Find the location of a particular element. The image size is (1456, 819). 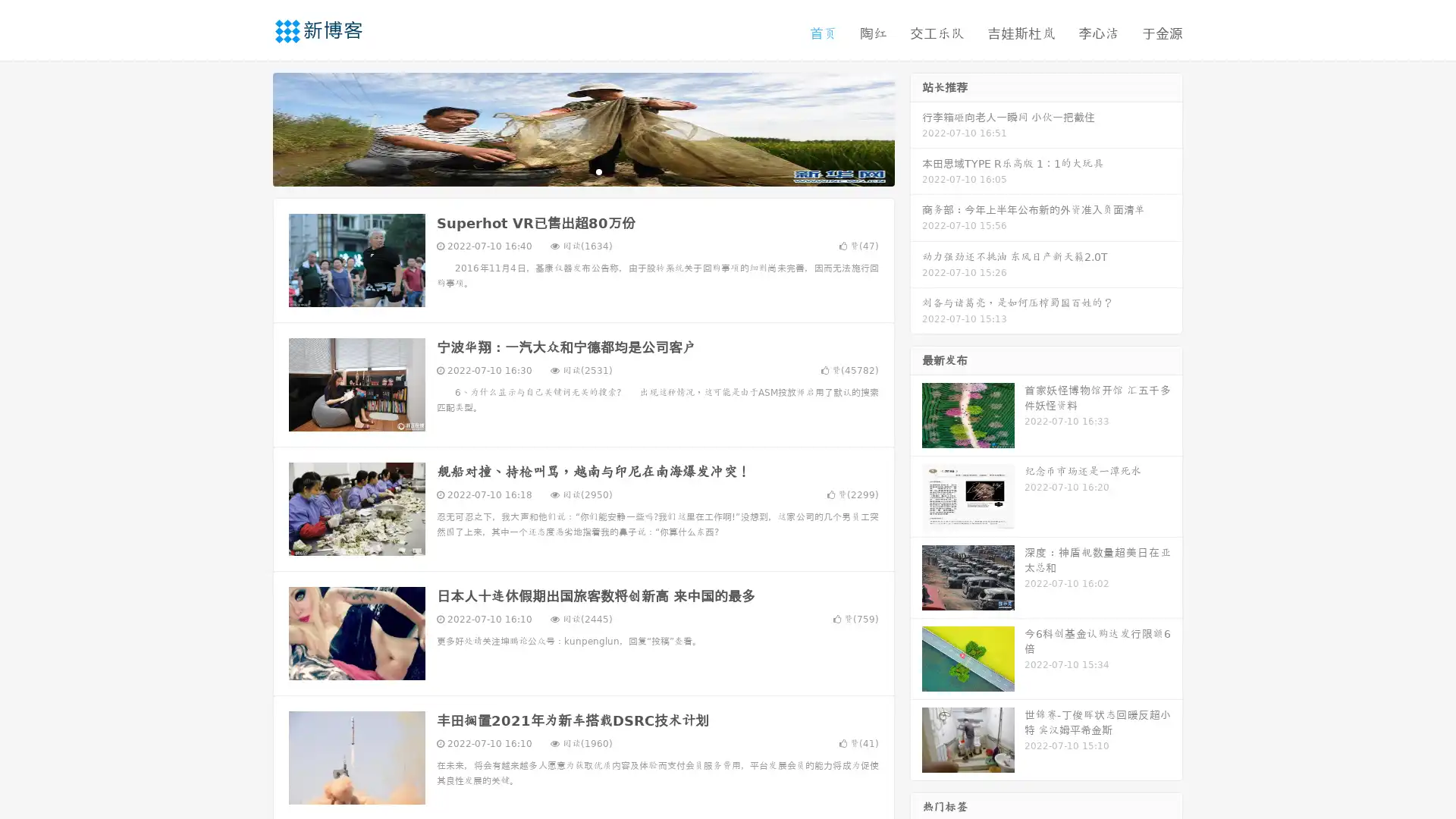

Next slide is located at coordinates (916, 127).